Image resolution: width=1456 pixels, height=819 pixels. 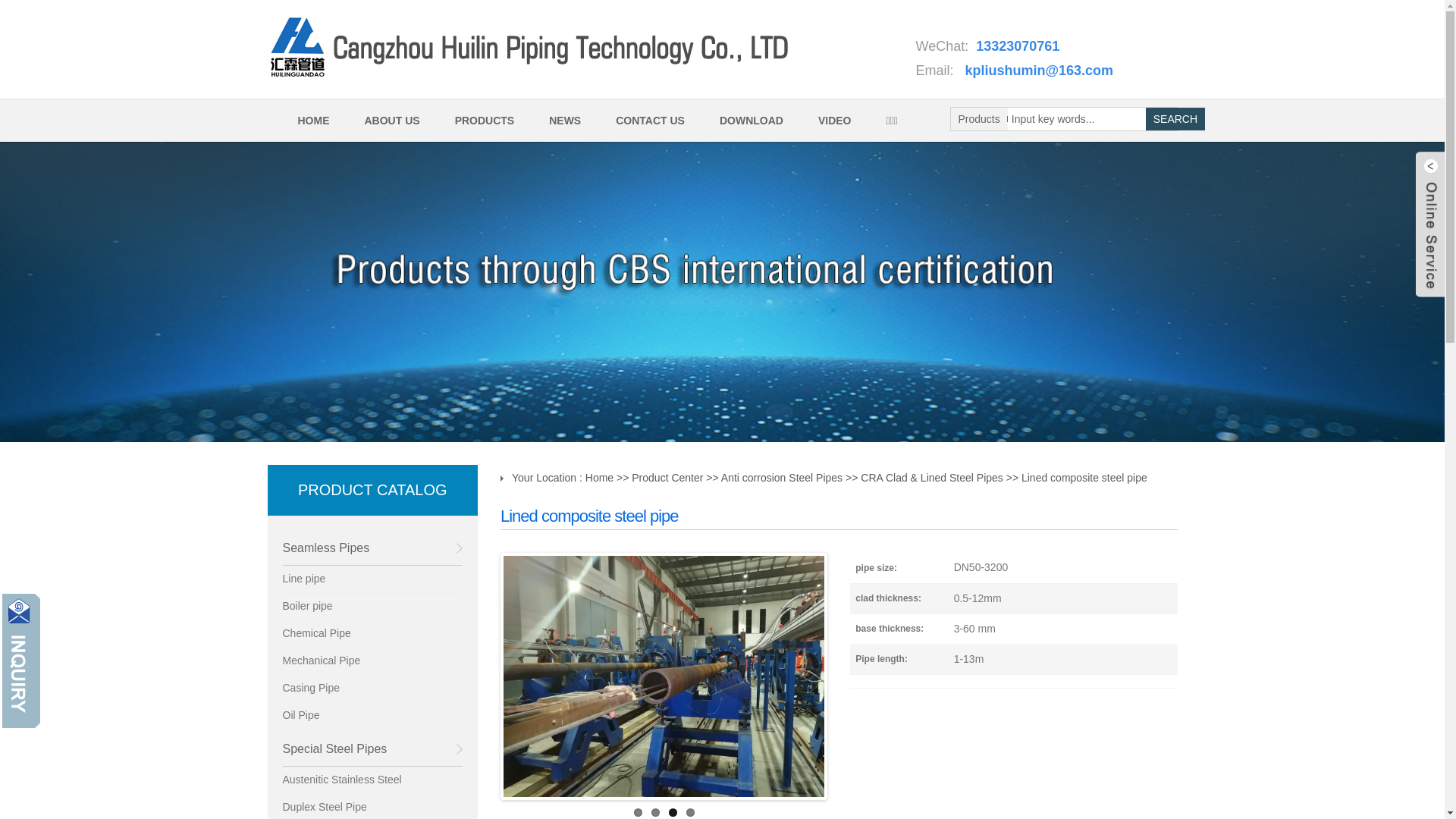 I want to click on '3', so click(x=672, y=811).